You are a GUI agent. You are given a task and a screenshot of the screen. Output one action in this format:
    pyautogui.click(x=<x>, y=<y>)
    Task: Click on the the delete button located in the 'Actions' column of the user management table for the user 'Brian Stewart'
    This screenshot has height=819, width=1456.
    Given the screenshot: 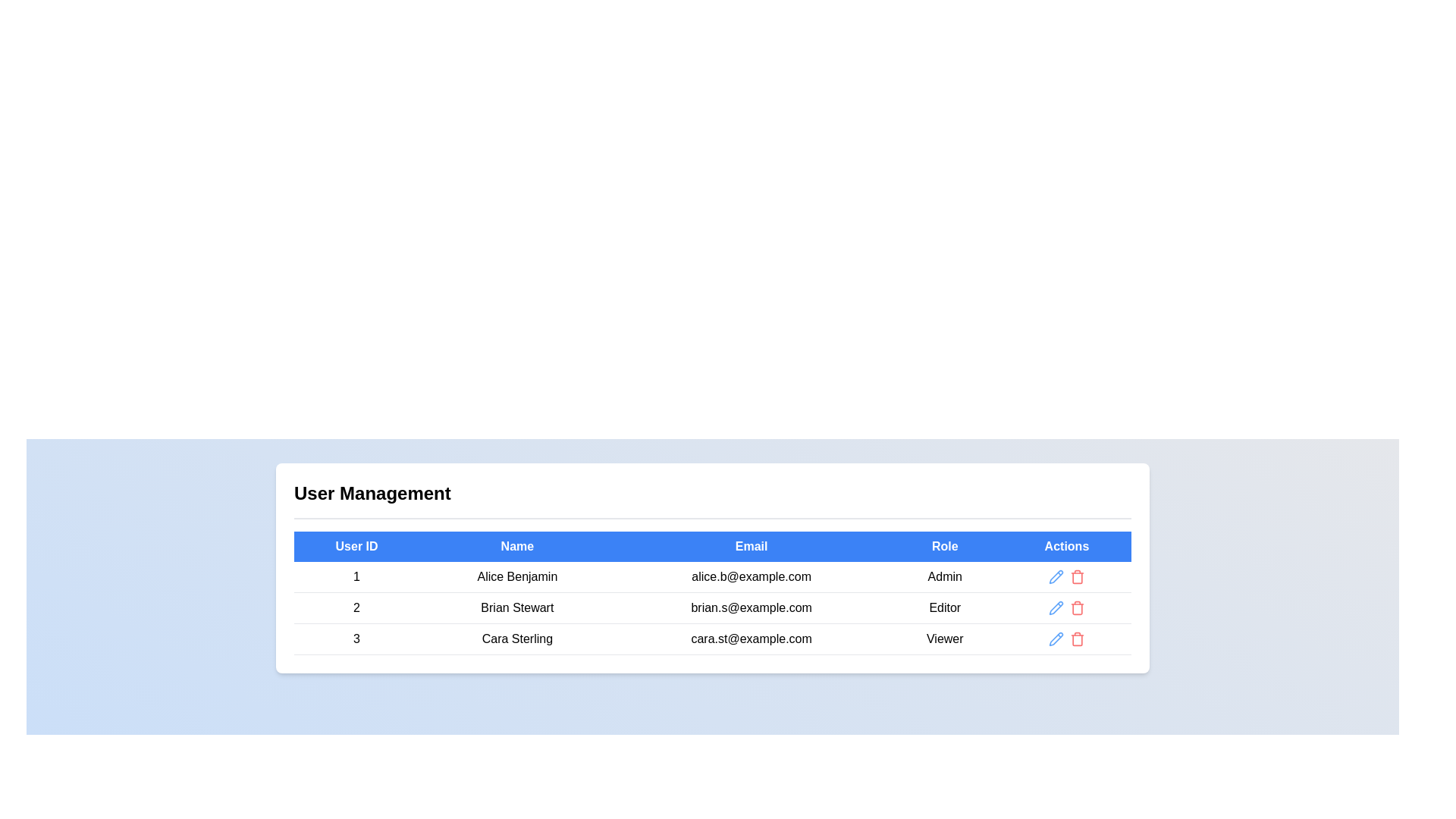 What is the action you would take?
    pyautogui.click(x=1076, y=607)
    